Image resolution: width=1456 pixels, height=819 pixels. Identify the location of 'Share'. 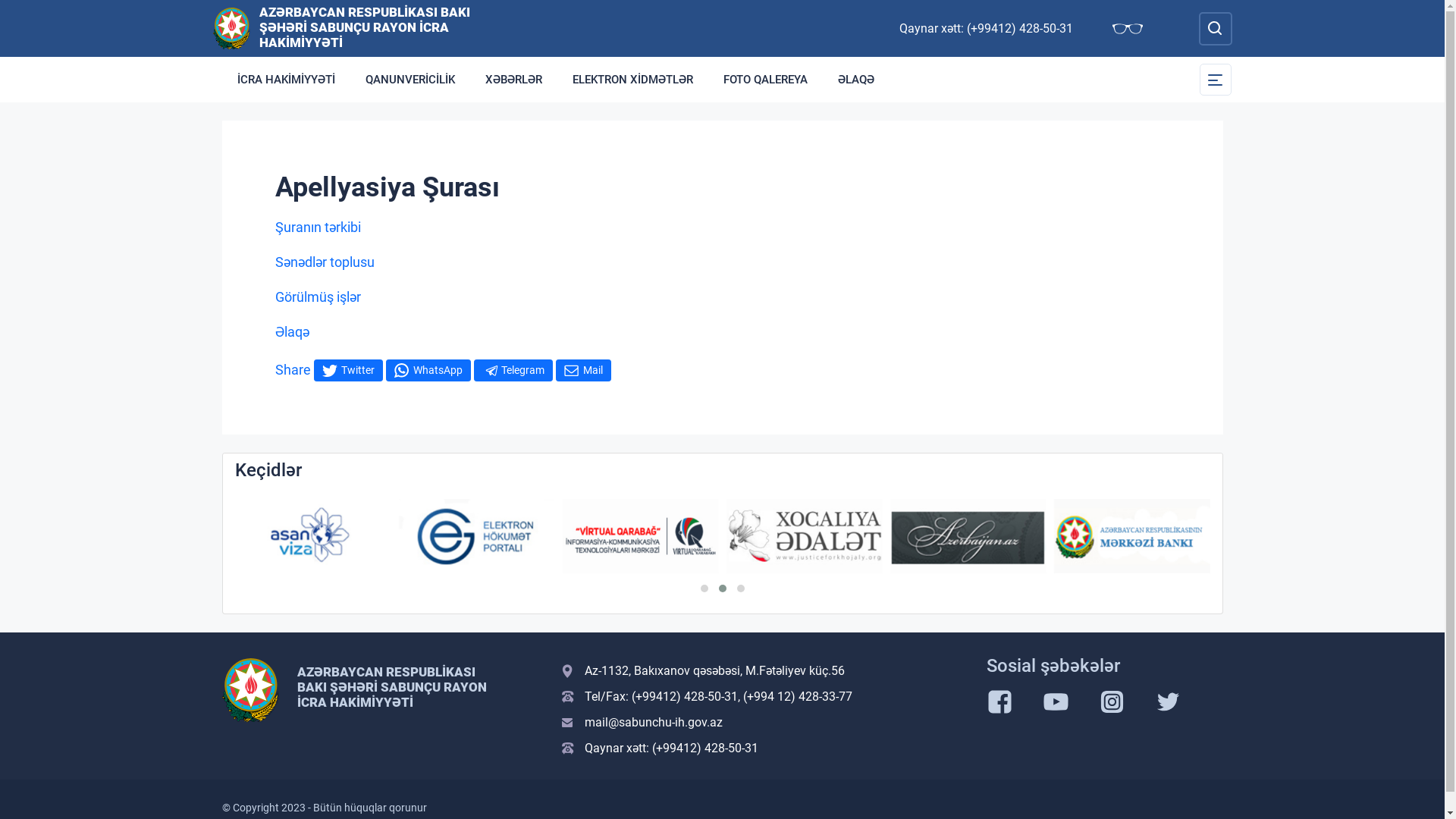
(274, 369).